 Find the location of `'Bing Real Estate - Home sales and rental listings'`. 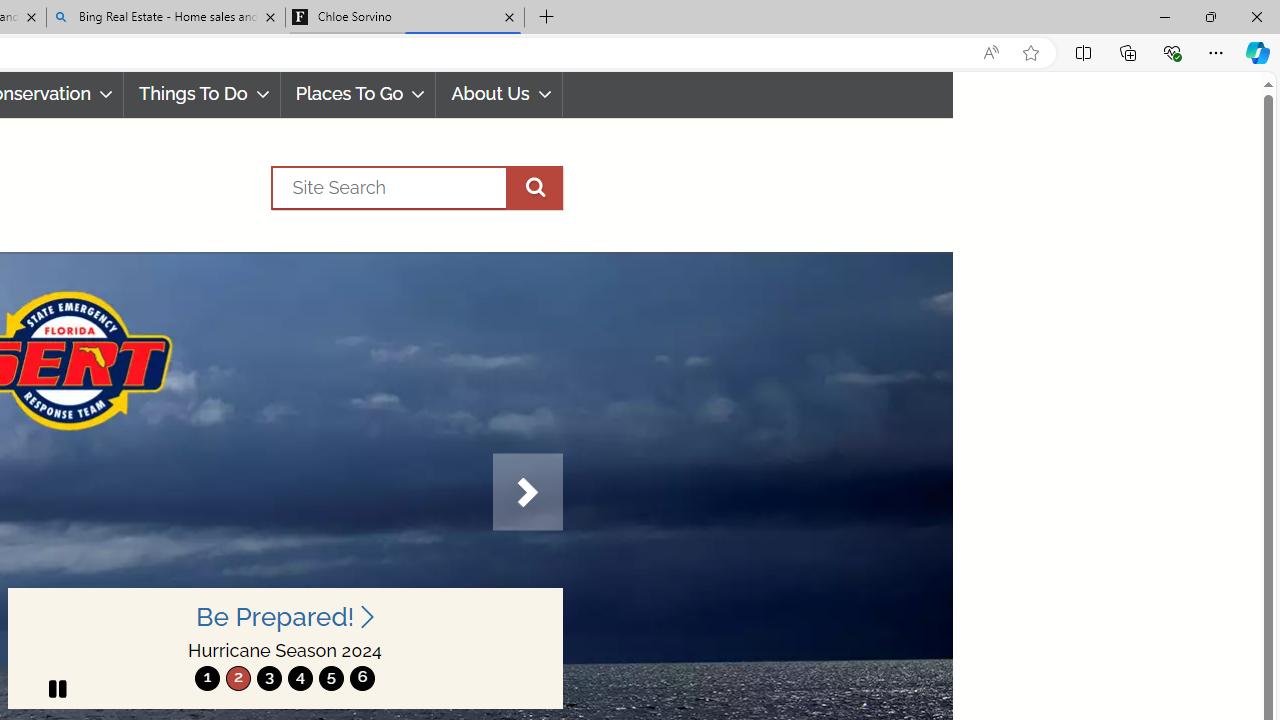

'Bing Real Estate - Home sales and rental listings' is located at coordinates (166, 17).